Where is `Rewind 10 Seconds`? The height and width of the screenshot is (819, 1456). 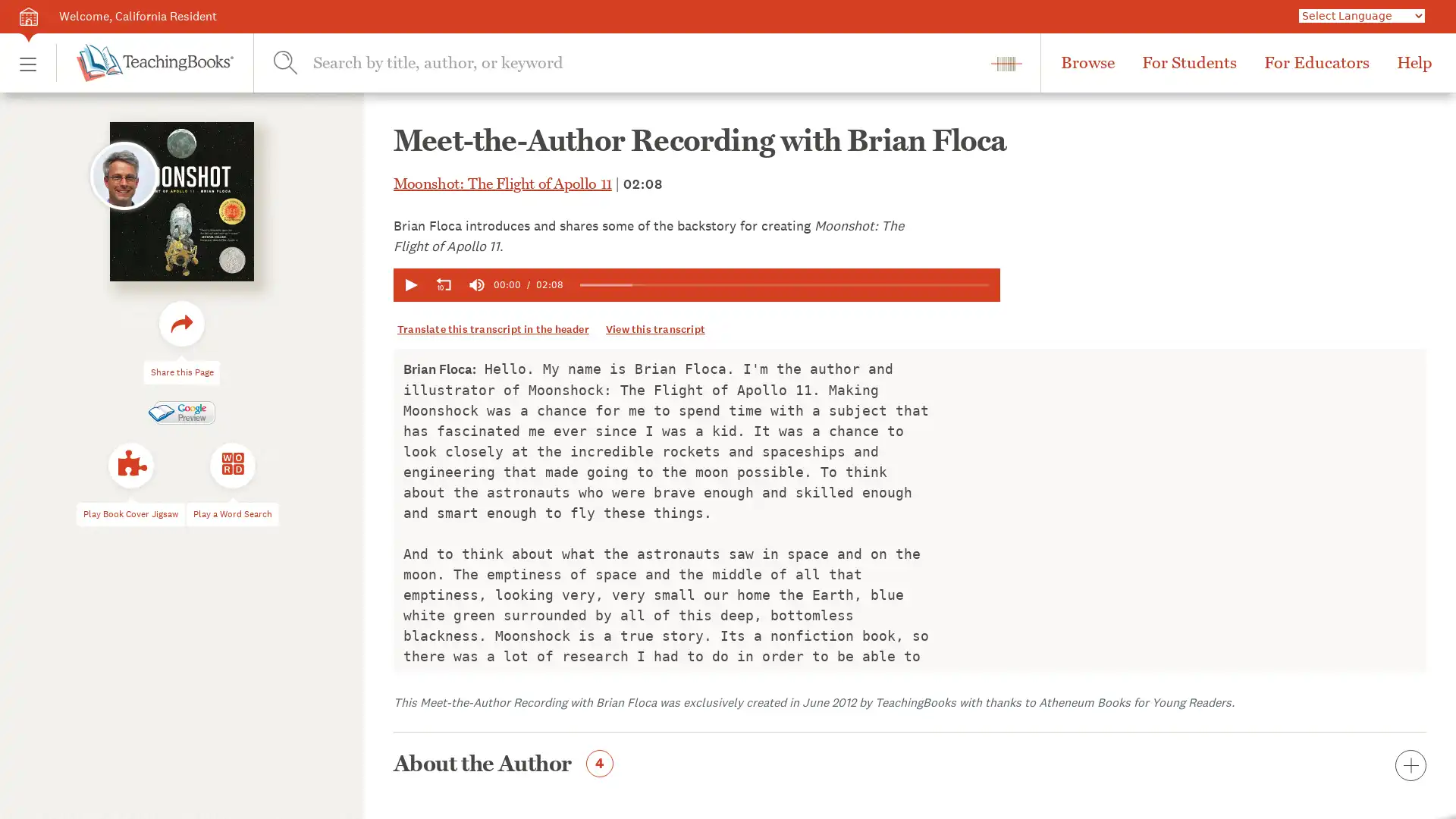 Rewind 10 Seconds is located at coordinates (443, 284).